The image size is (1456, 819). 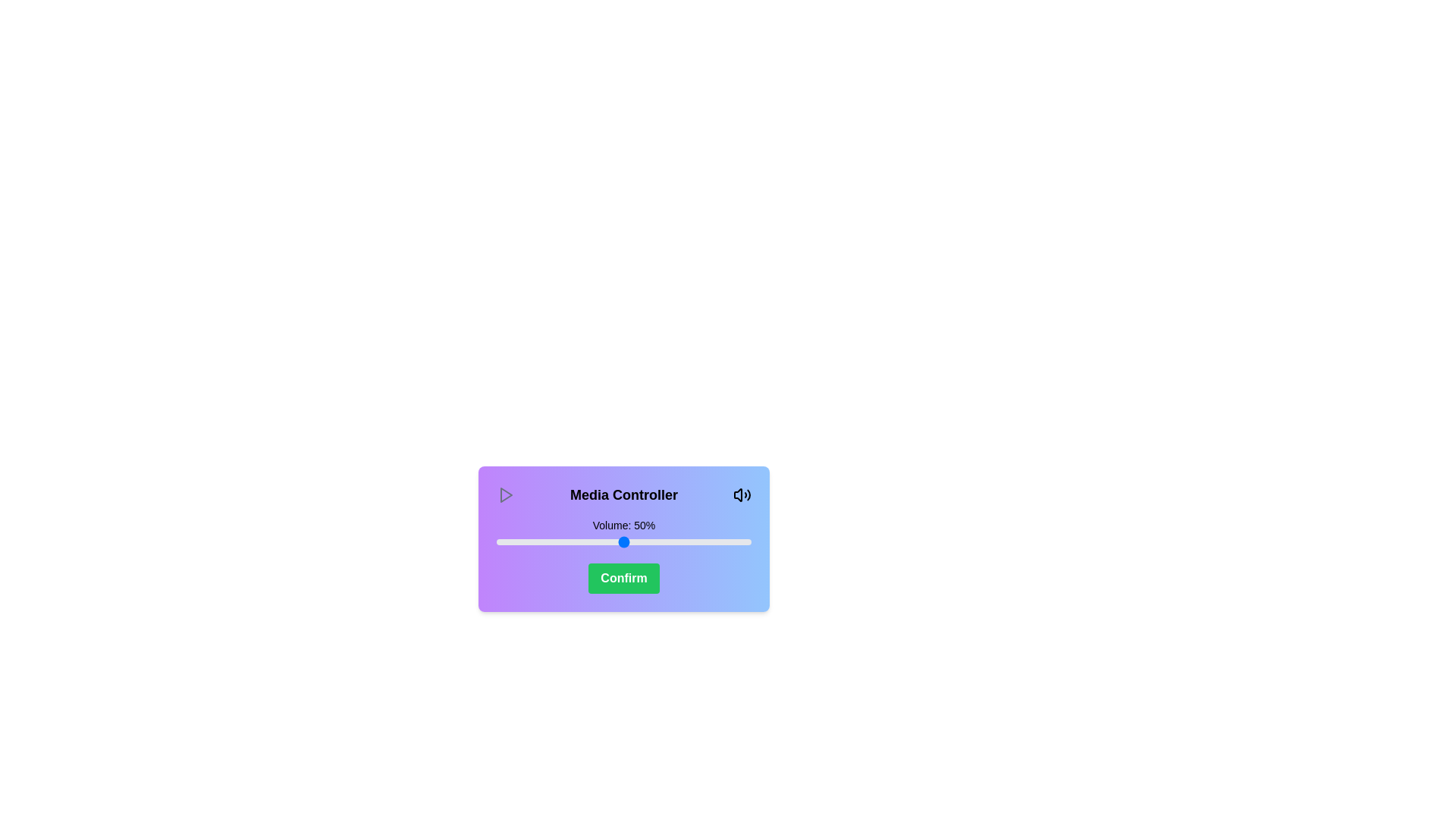 I want to click on play/pause button to toggle its state, so click(x=506, y=494).